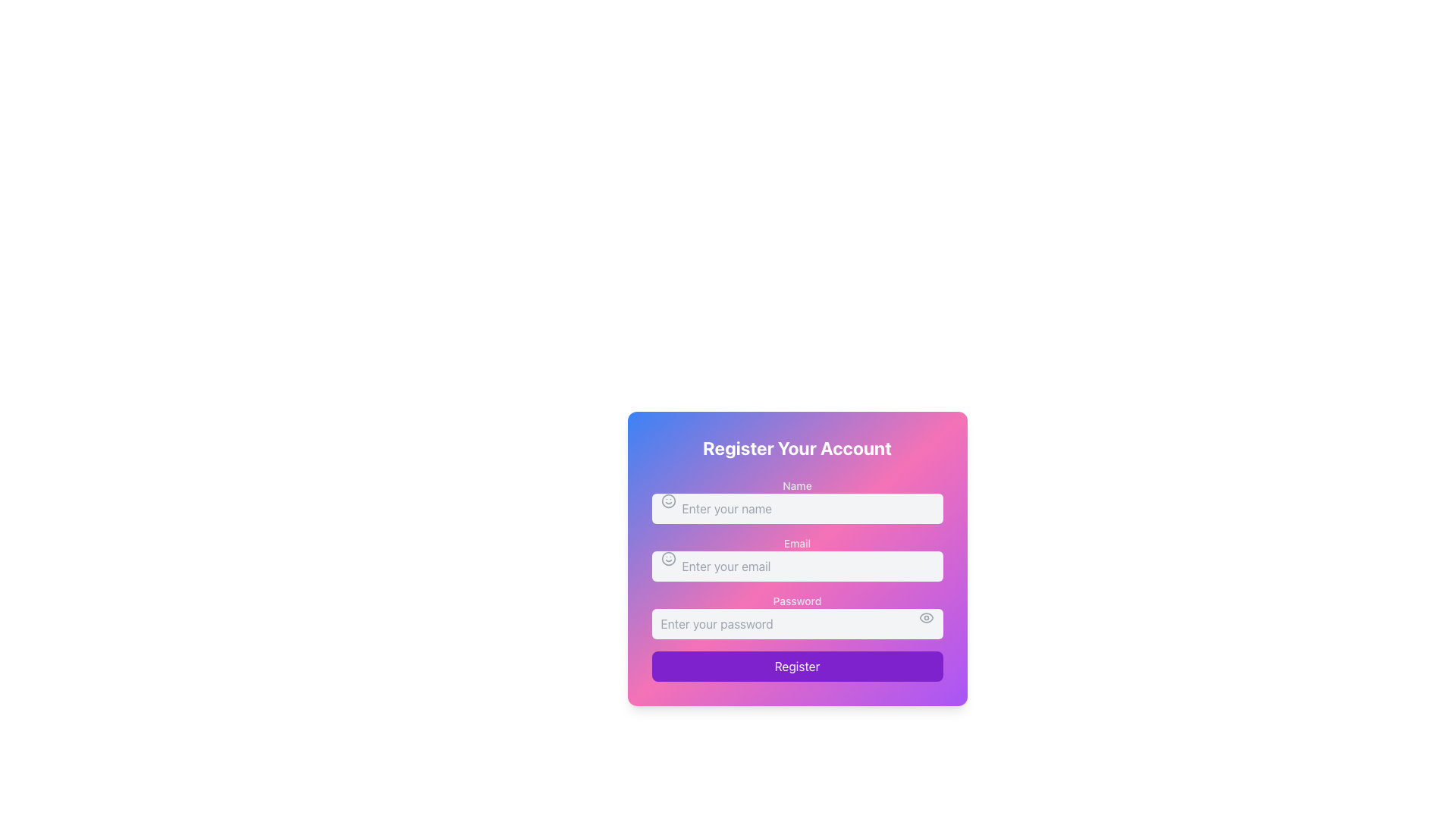  I want to click on the Decorative icon located at the top-left corner inside the input field labeled 'Name', which is positioned above the placeholder text 'Enter your name', so click(667, 500).